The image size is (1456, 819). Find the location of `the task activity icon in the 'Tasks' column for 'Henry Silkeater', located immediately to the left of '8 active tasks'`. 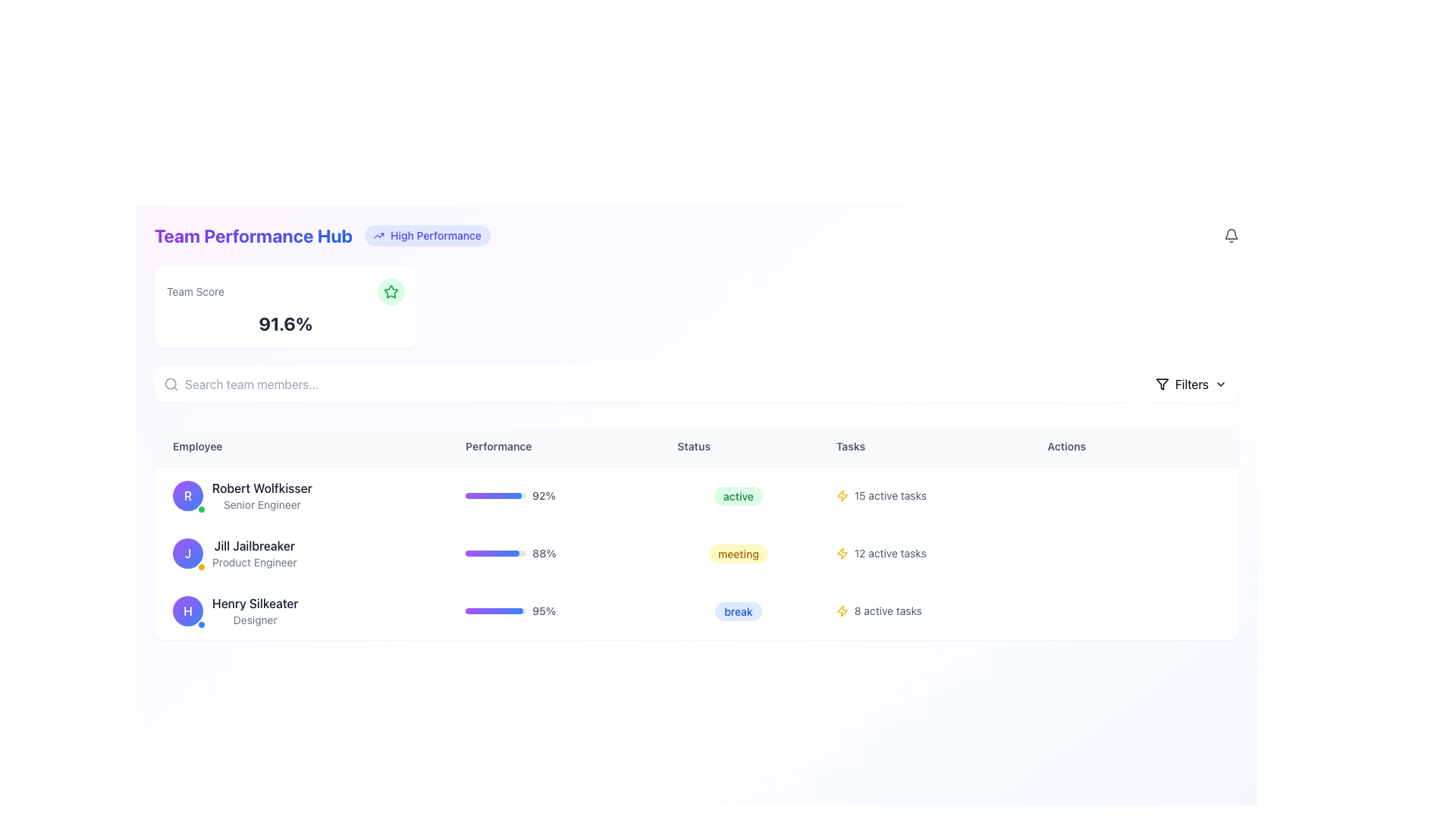

the task activity icon in the 'Tasks' column for 'Henry Silkeater', located immediately to the left of '8 active tasks' is located at coordinates (841, 610).